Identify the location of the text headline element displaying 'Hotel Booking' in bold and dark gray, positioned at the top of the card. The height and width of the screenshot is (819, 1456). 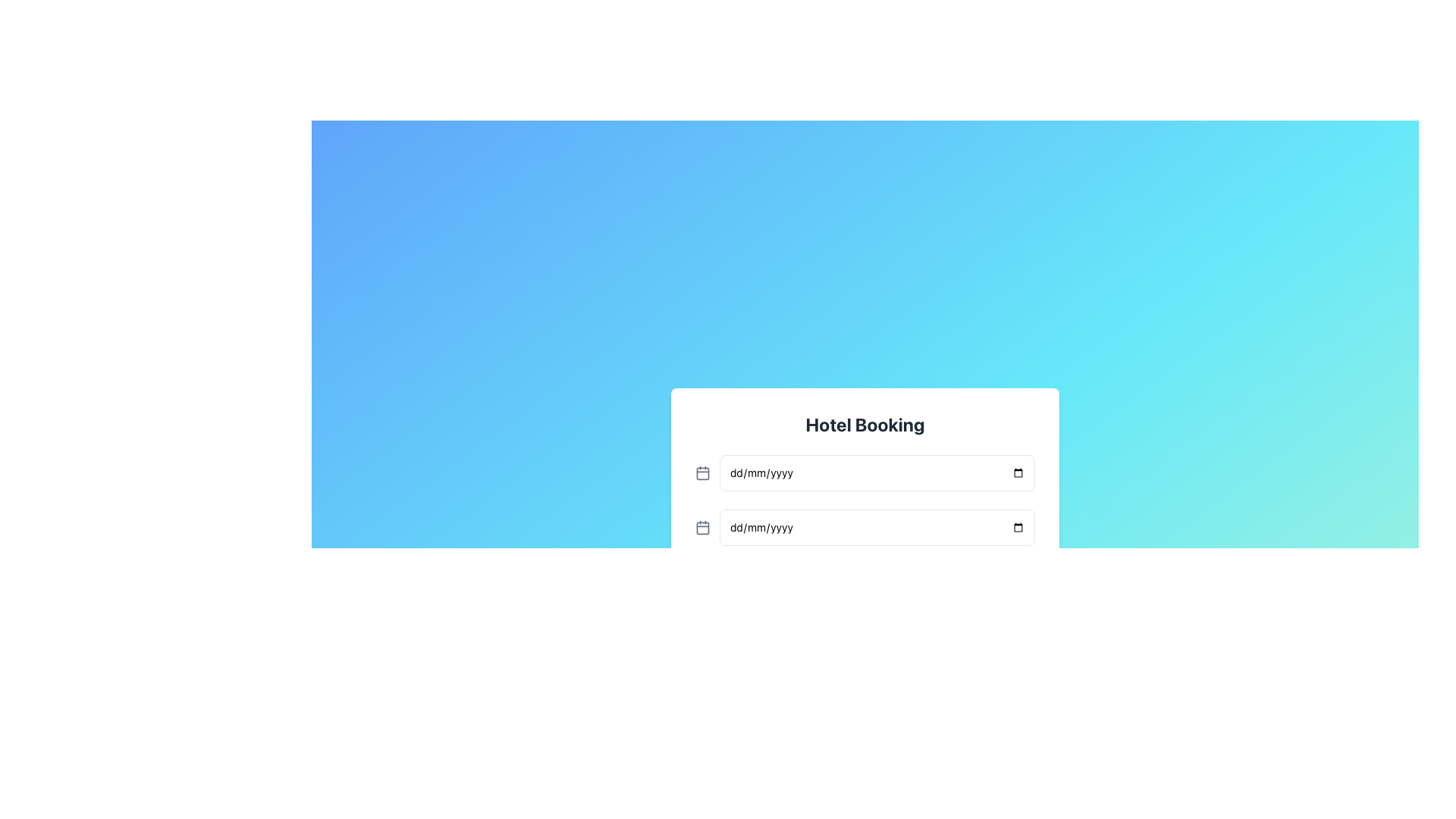
(865, 424).